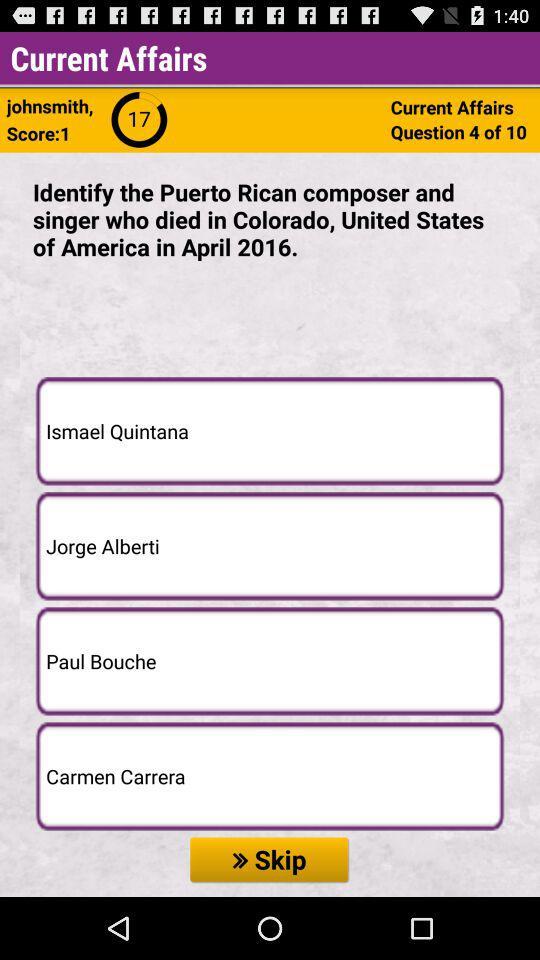  What do you see at coordinates (270, 546) in the screenshot?
I see `item above paul bouche item` at bounding box center [270, 546].